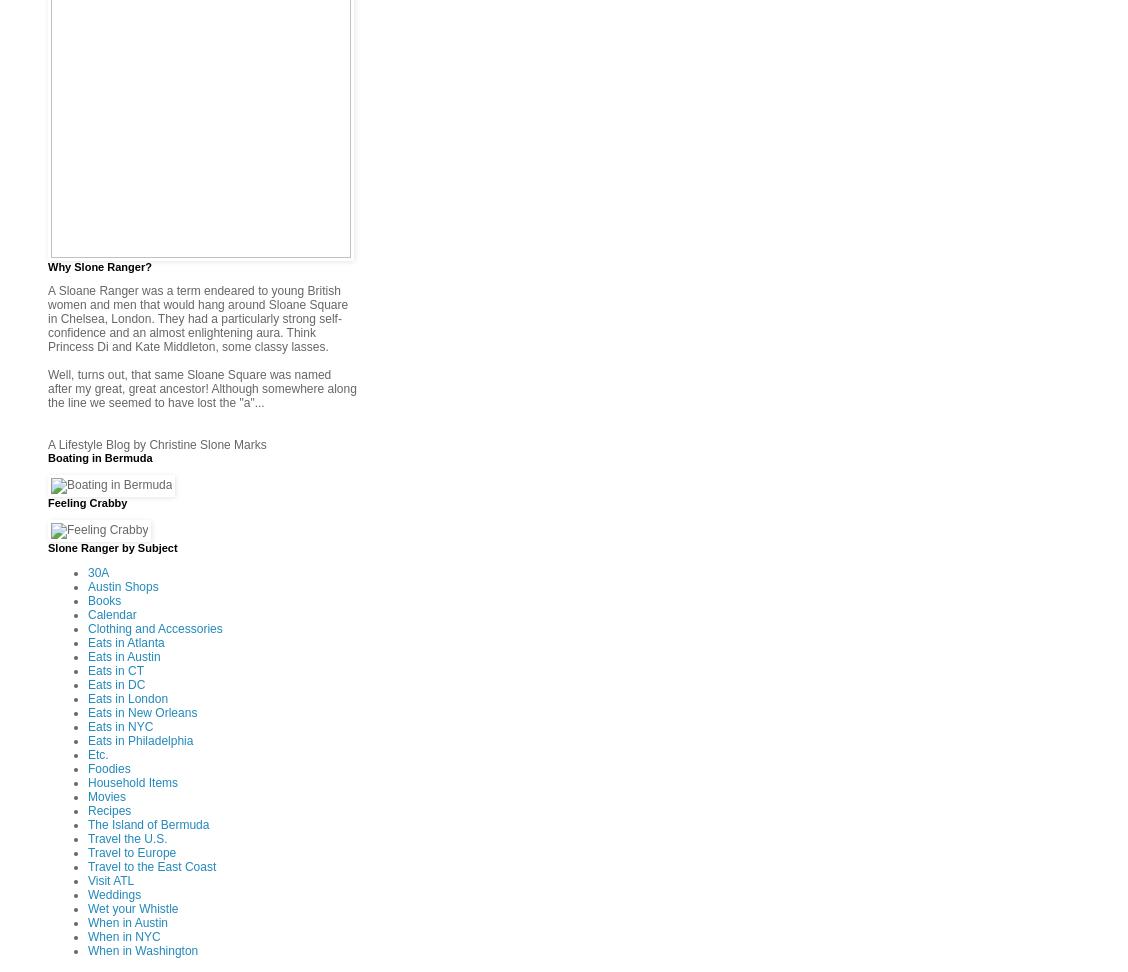 Image resolution: width=1128 pixels, height=972 pixels. Describe the element at coordinates (196, 317) in the screenshot. I see `'A Sloane Ranger was a term endeared to young British women and men that would hang around Sloane Square in Chelsea, London.  They had a particularly strong self-confidence and an almost enlightening aura.  Think Princess Di and Kate Middleton, some classy lasses.'` at that location.